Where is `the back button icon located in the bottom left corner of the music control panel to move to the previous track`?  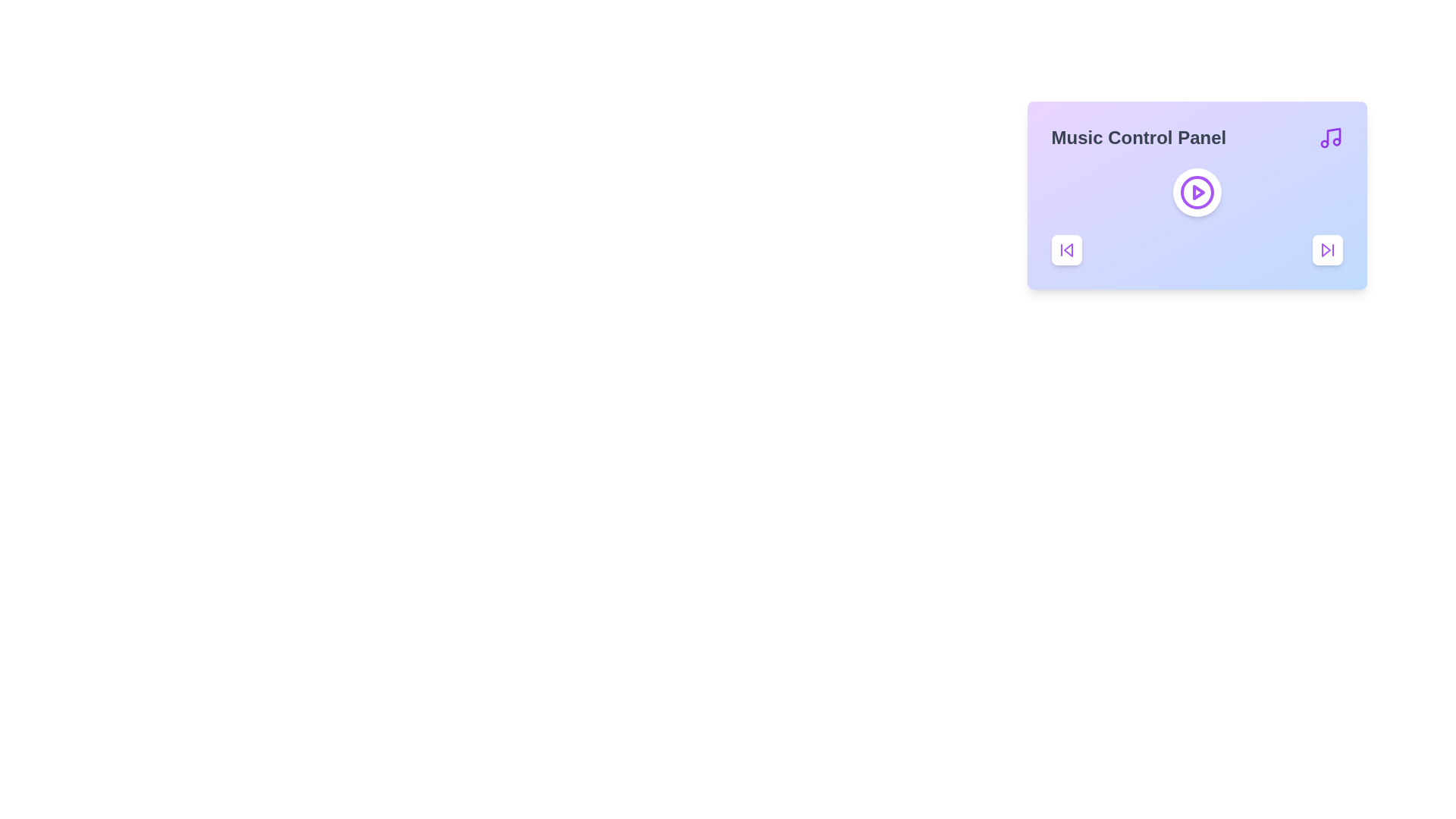 the back button icon located in the bottom left corner of the music control panel to move to the previous track is located at coordinates (1067, 249).